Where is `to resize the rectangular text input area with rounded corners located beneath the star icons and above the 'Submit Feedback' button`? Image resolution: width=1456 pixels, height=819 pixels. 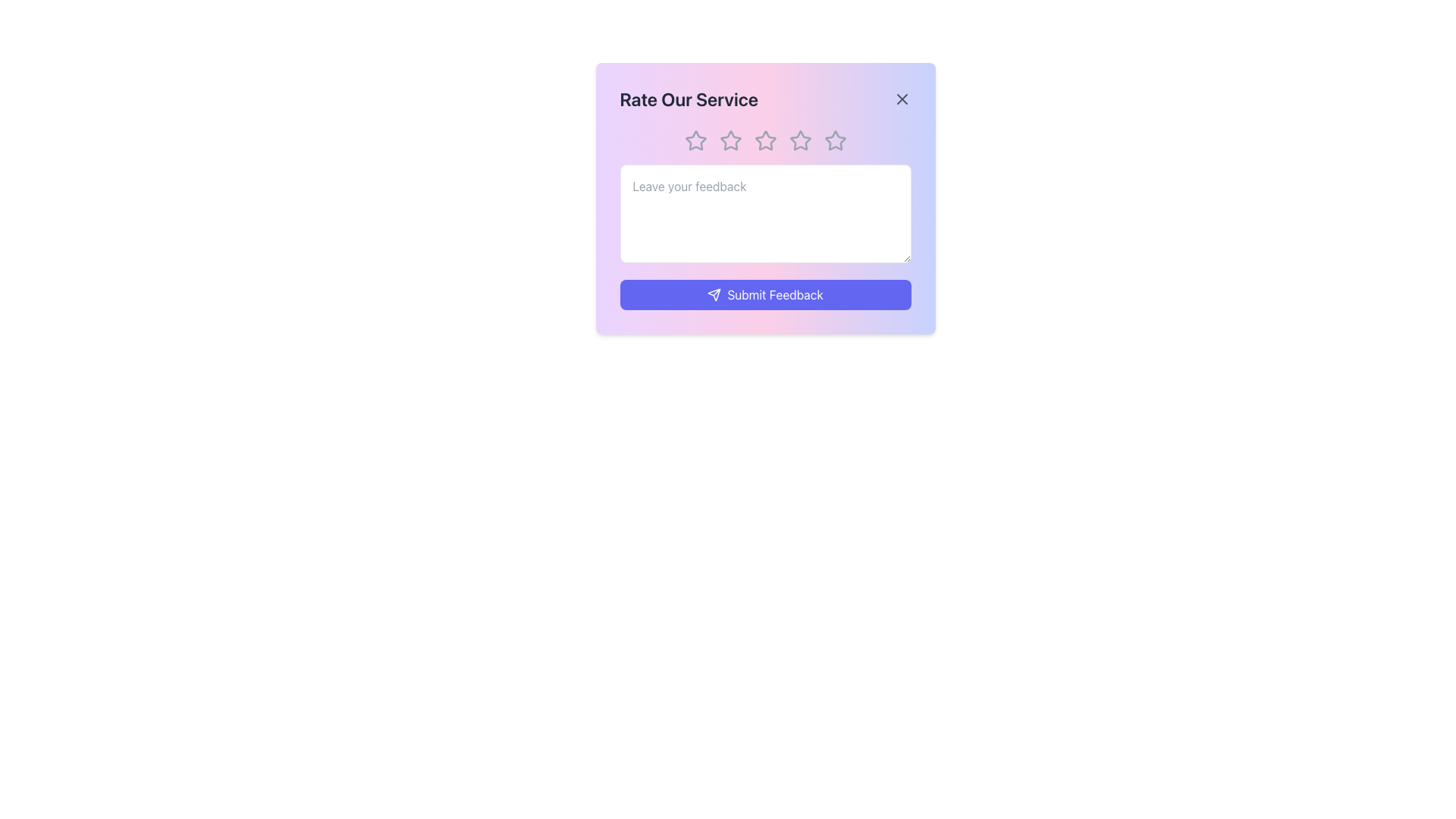
to resize the rectangular text input area with rounded corners located beneath the star icons and above the 'Submit Feedback' button is located at coordinates (765, 213).